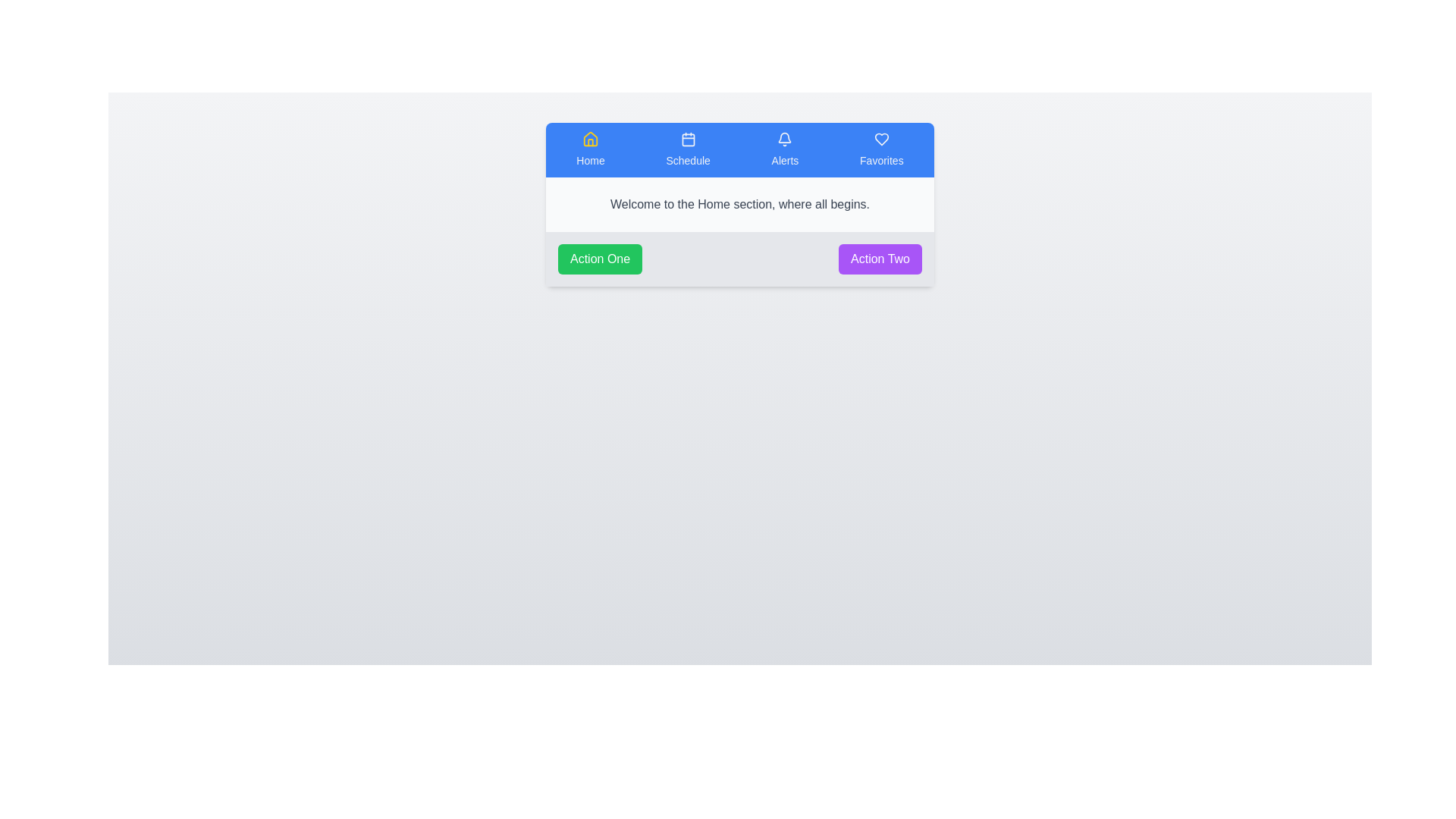  What do you see at coordinates (589, 149) in the screenshot?
I see `the icon labeled 'Home' to observe visual feedback` at bounding box center [589, 149].